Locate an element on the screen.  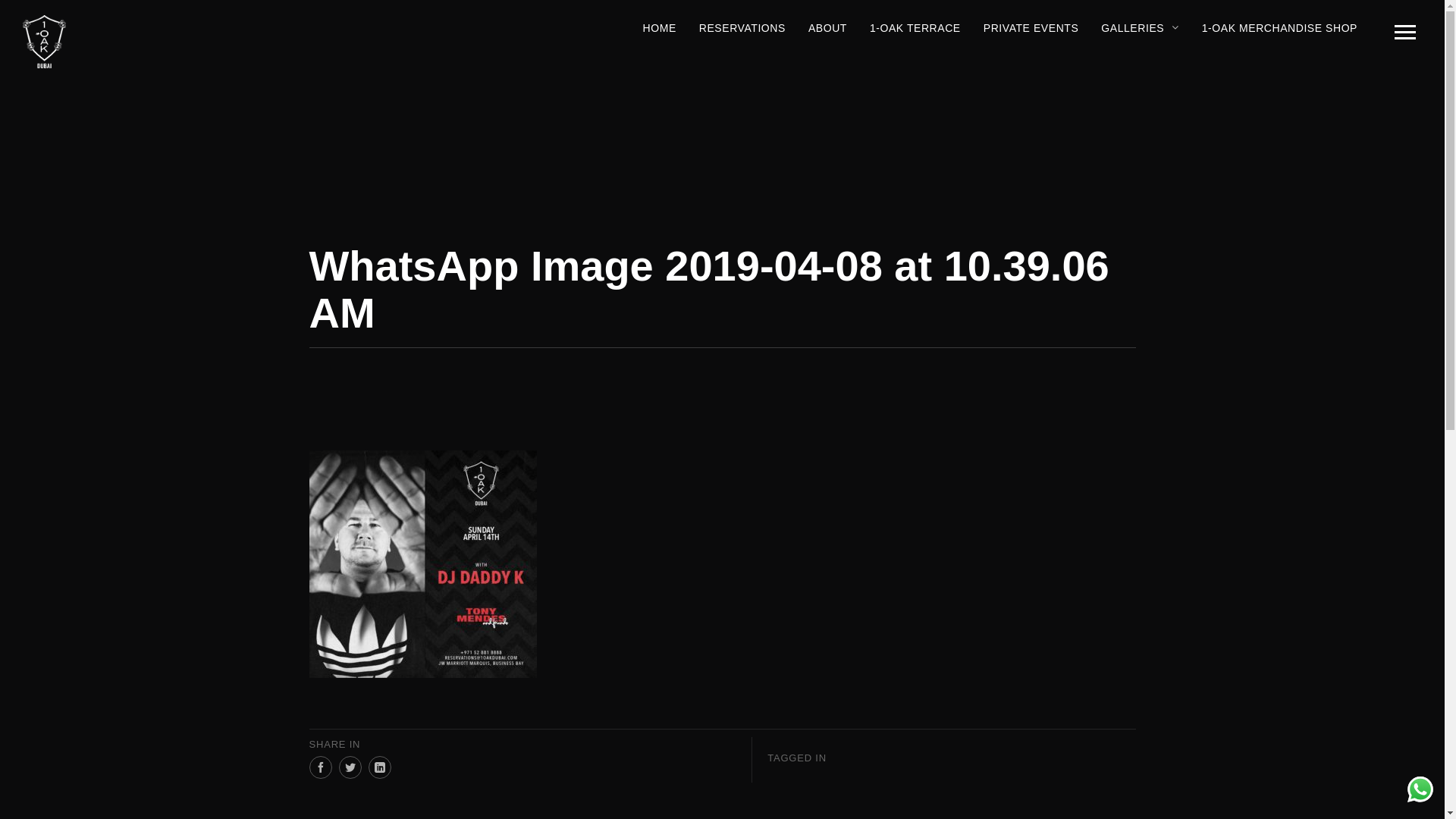
'PRIVATE EVENTS' is located at coordinates (1031, 28).